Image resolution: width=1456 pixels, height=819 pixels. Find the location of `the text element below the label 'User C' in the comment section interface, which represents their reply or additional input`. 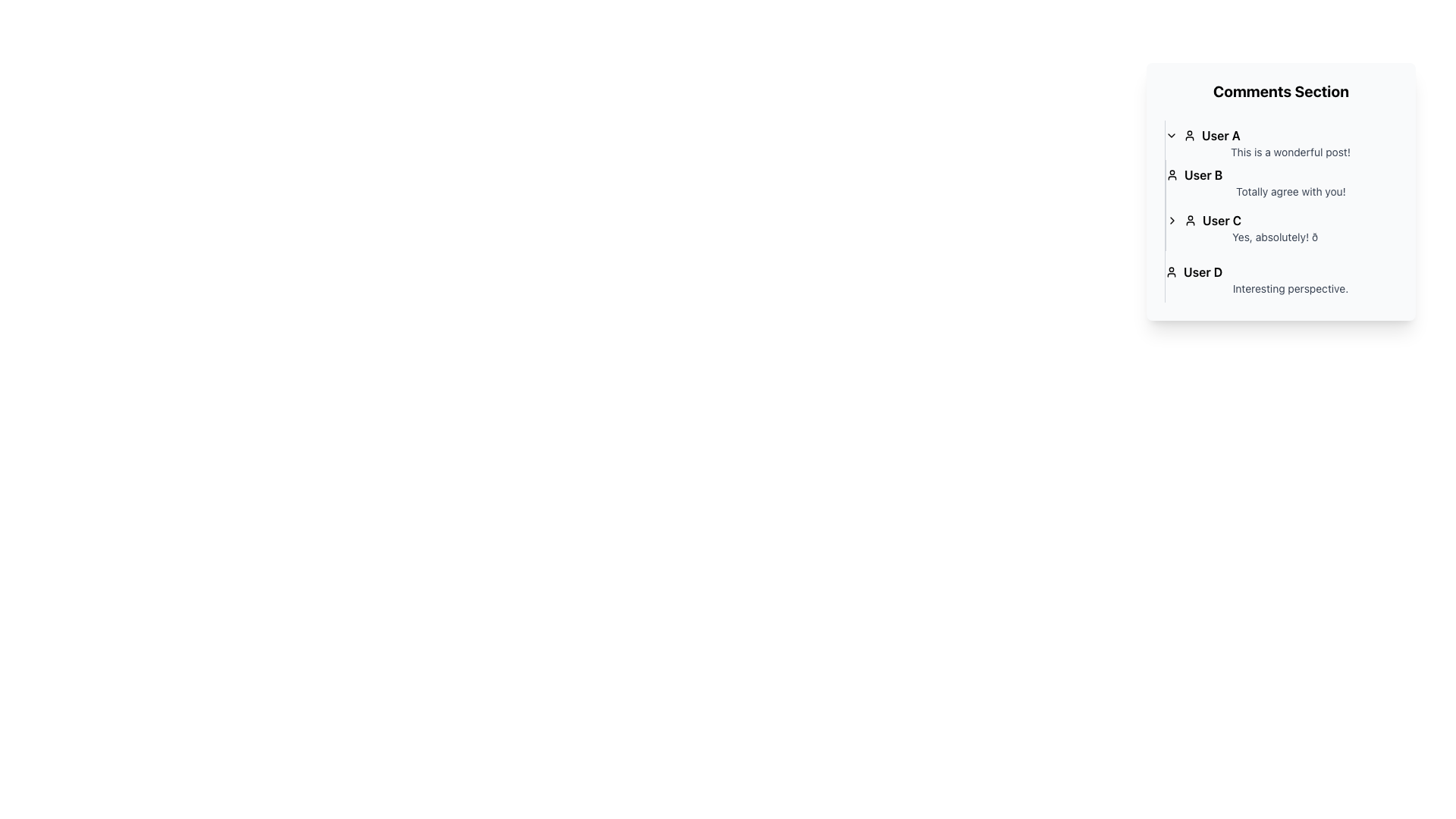

the text element below the label 'User C' in the comment section interface, which represents their reply or additional input is located at coordinates (1281, 237).